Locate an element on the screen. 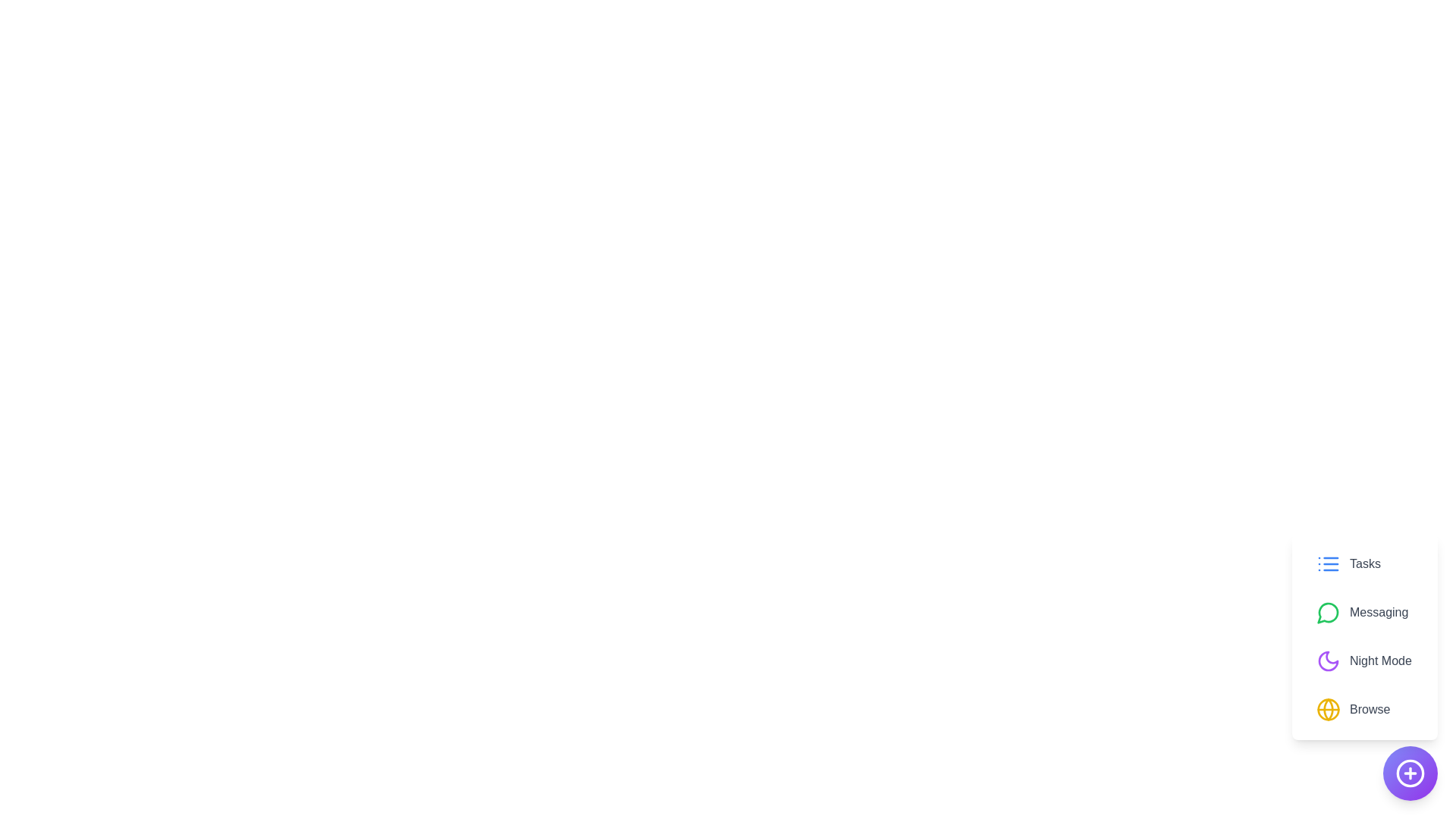 The width and height of the screenshot is (1456, 819). main button to toggle the menu visibility is located at coordinates (1410, 773).